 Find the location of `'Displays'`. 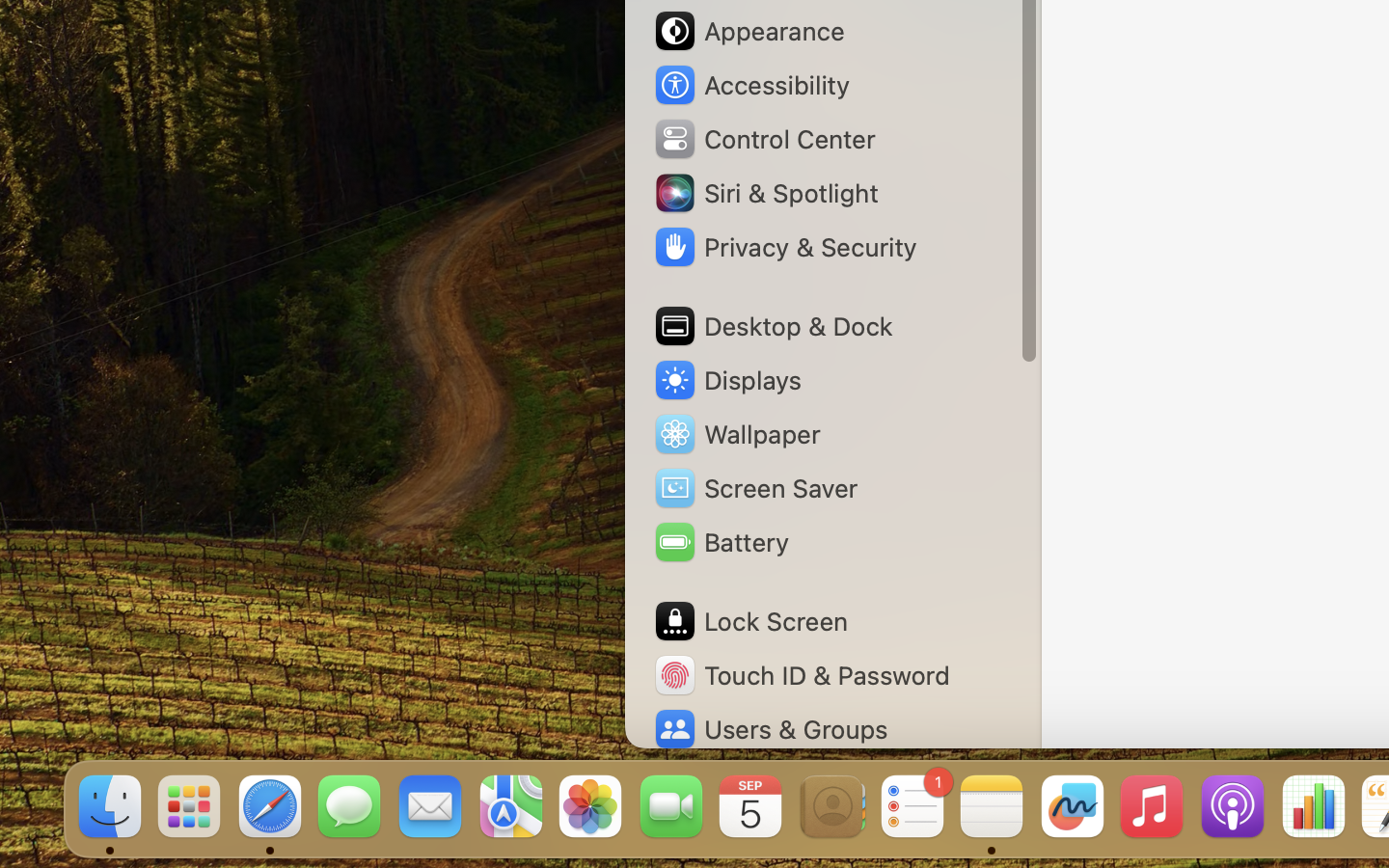

'Displays' is located at coordinates (725, 380).